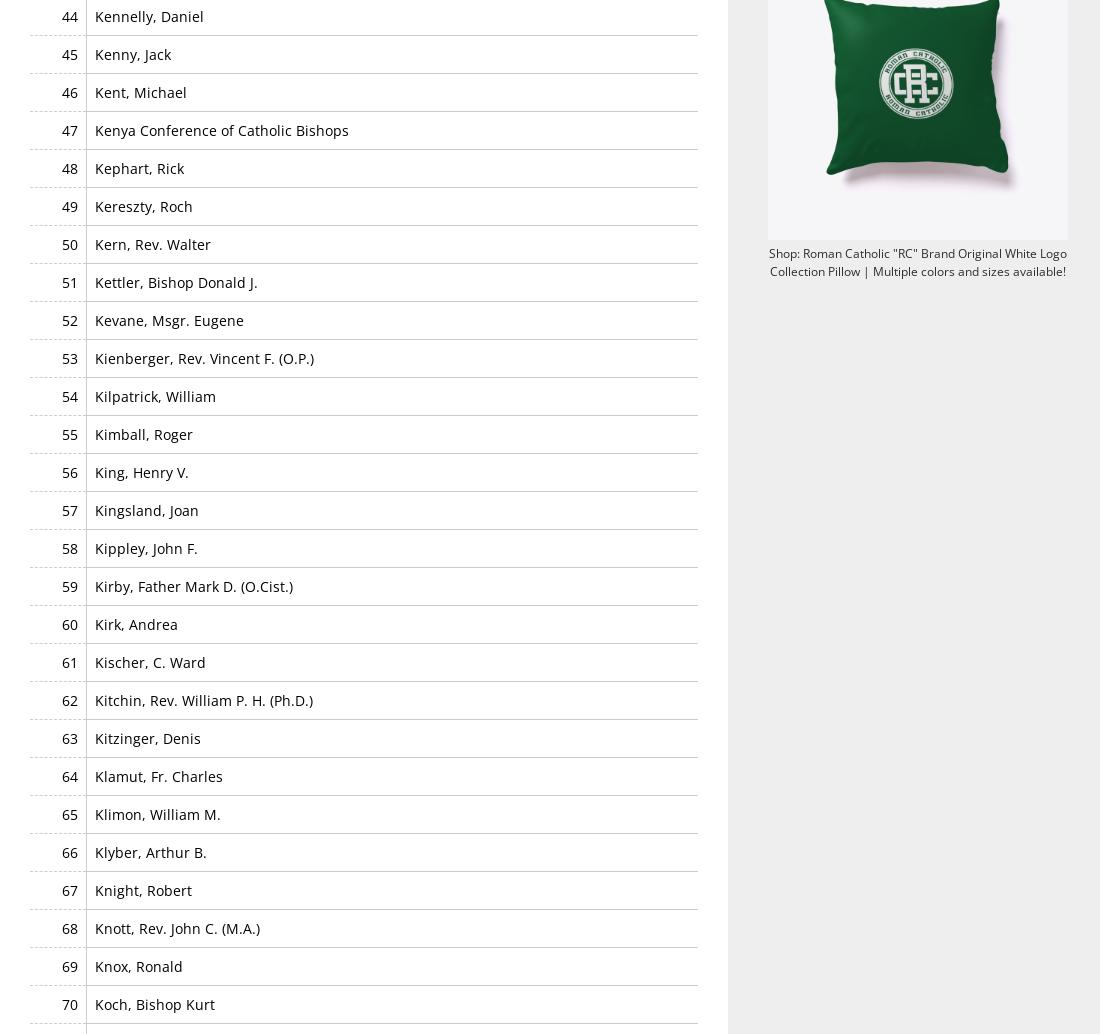 Image resolution: width=1100 pixels, height=1034 pixels. What do you see at coordinates (136, 623) in the screenshot?
I see `'Kirk, Andrea'` at bounding box center [136, 623].